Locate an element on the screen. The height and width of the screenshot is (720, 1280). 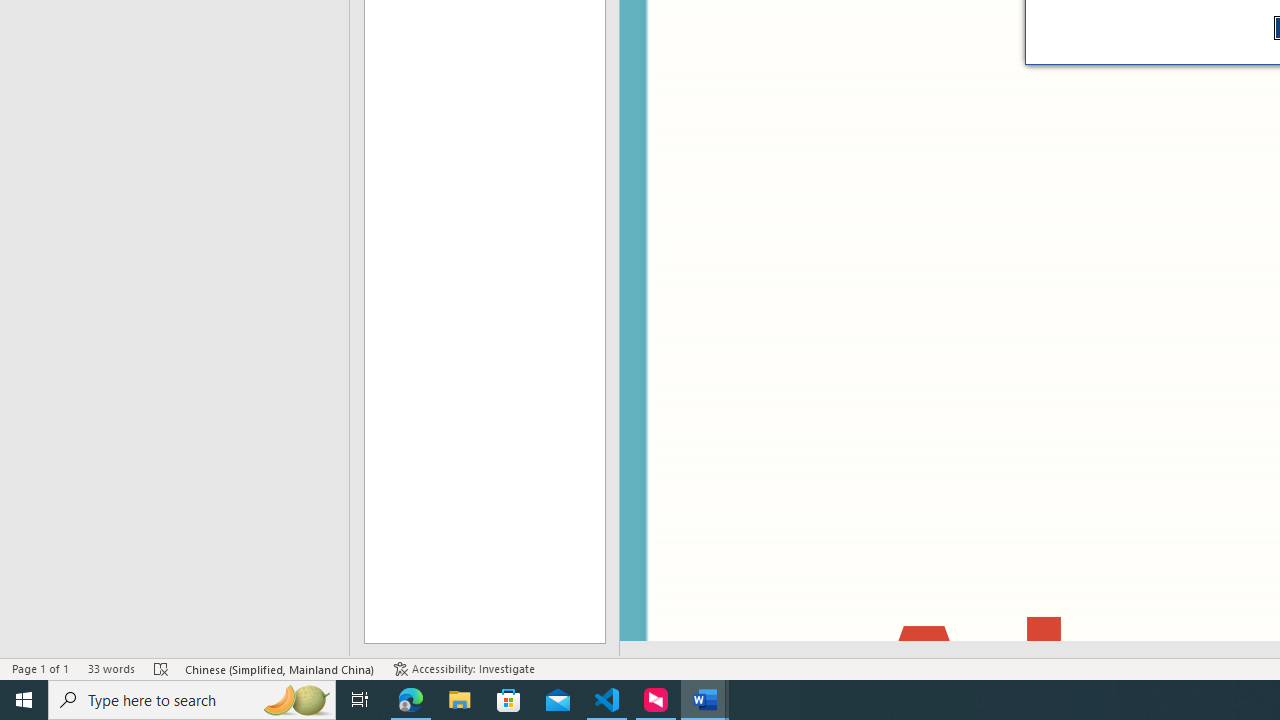
'File Explorer' is located at coordinates (459, 698).